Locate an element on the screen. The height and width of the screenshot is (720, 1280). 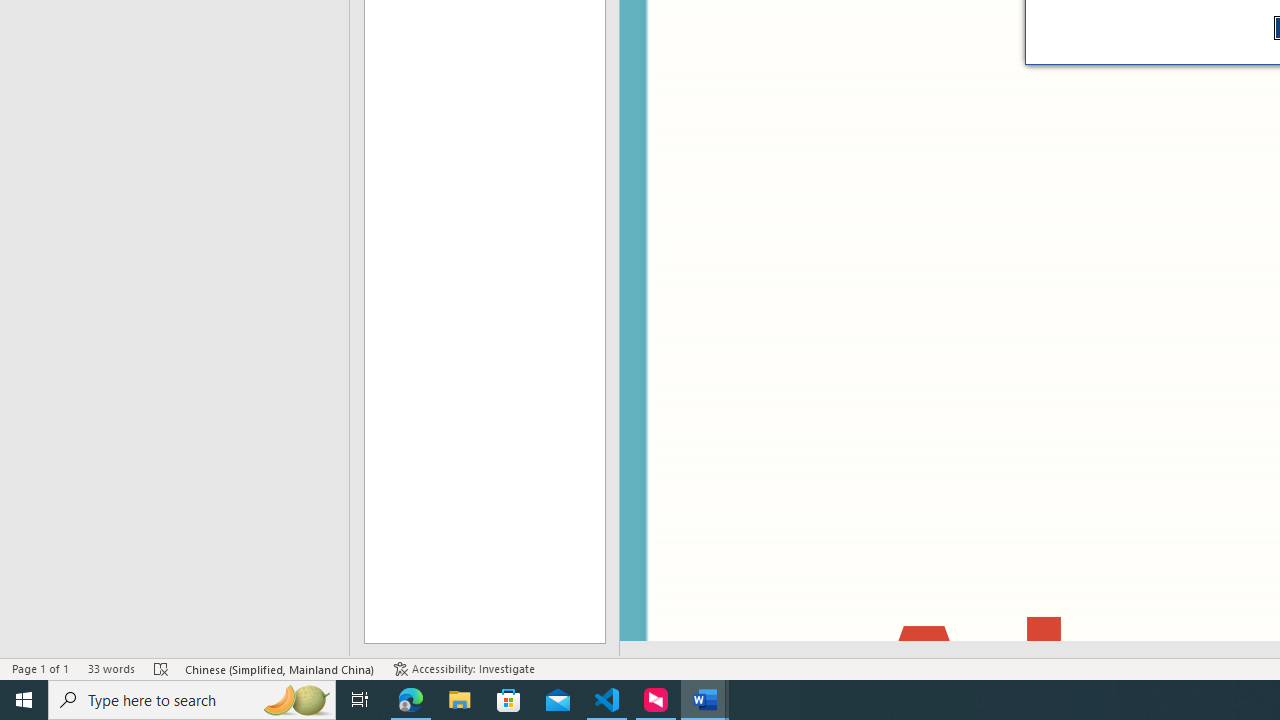
'File Explorer' is located at coordinates (459, 698).